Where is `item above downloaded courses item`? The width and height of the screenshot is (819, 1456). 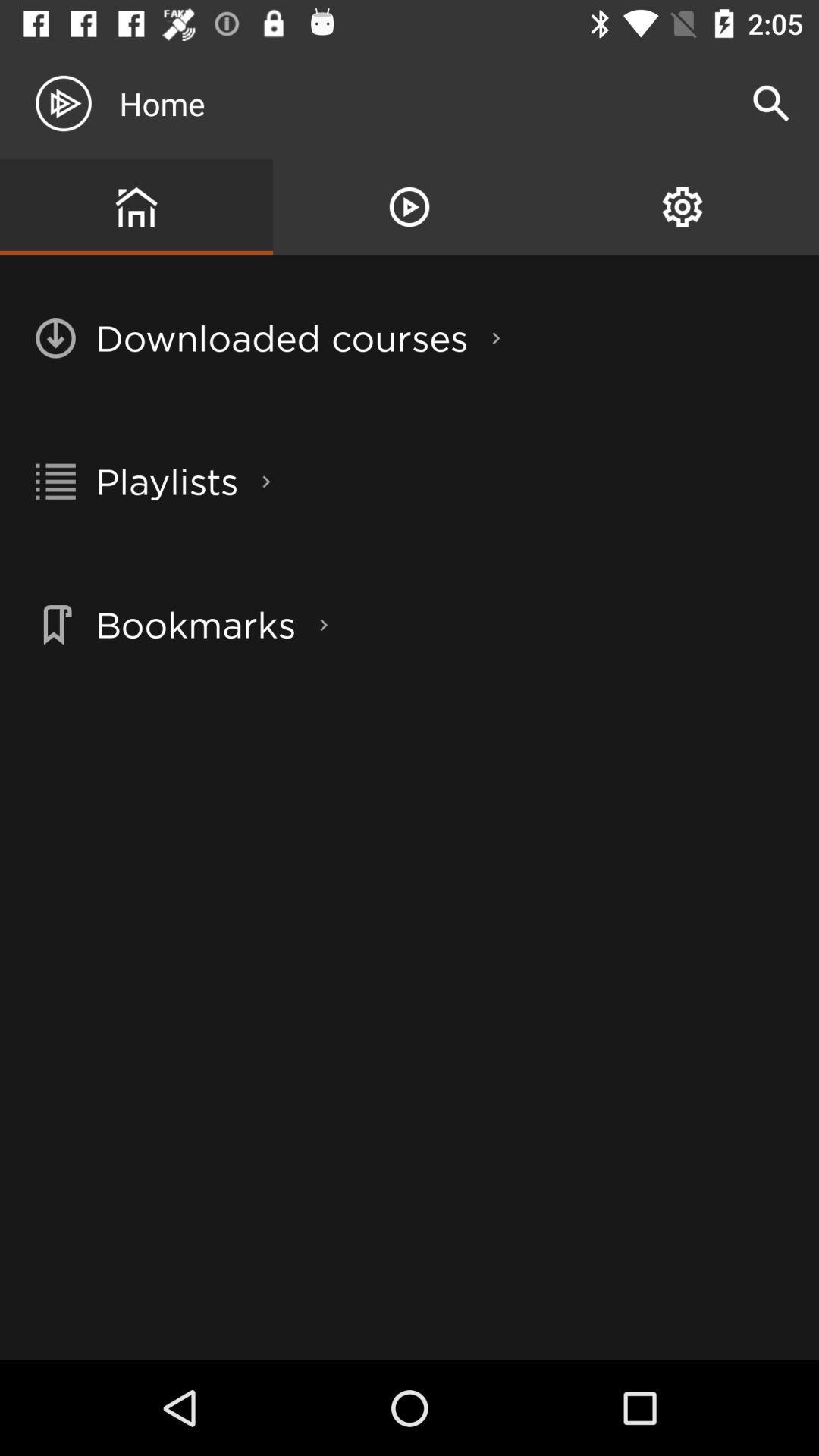
item above downloaded courses item is located at coordinates (409, 206).